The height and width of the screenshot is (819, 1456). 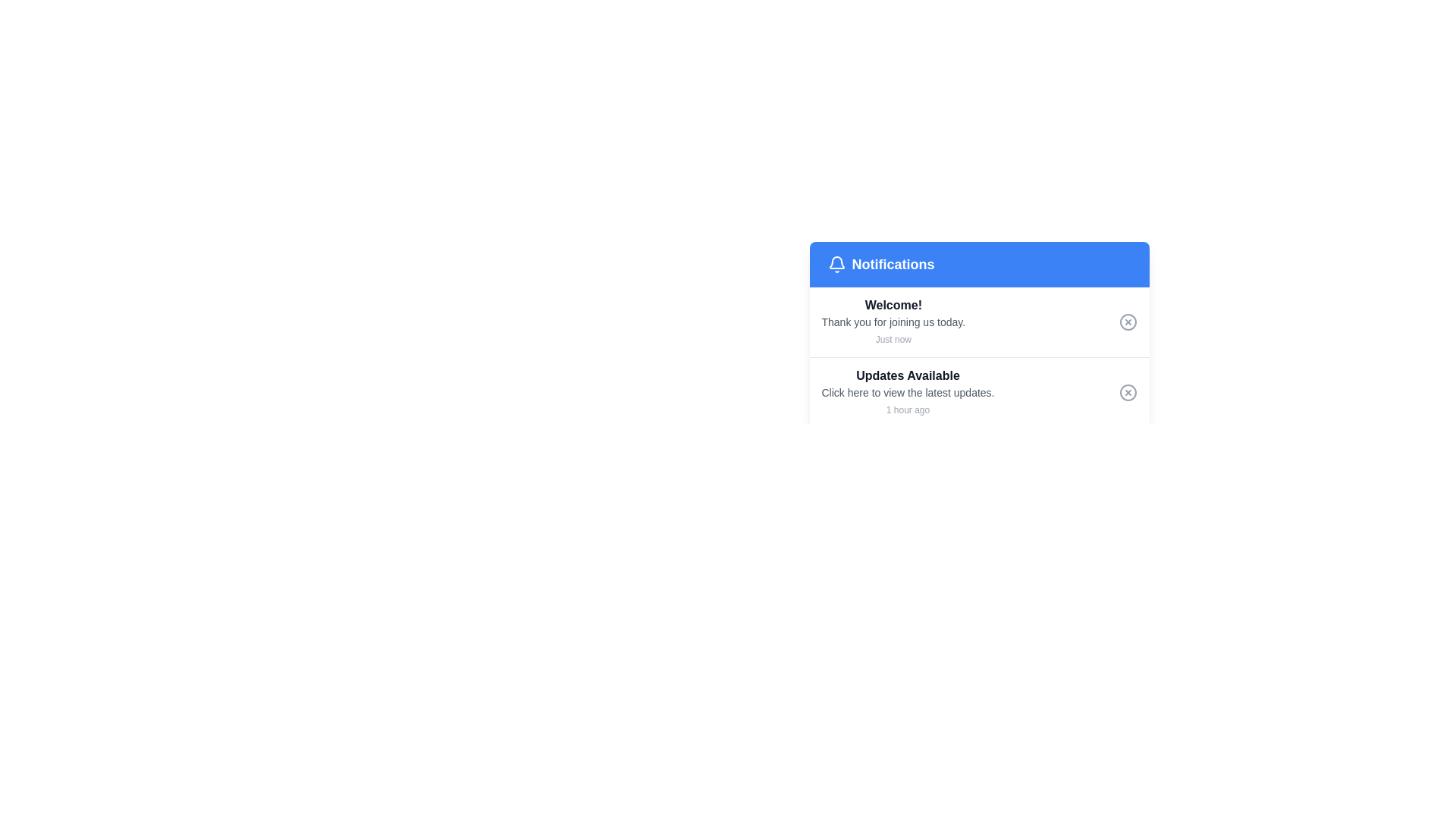 What do you see at coordinates (836, 263) in the screenshot?
I see `the bell icon located at the leftmost part of the blue header section` at bounding box center [836, 263].